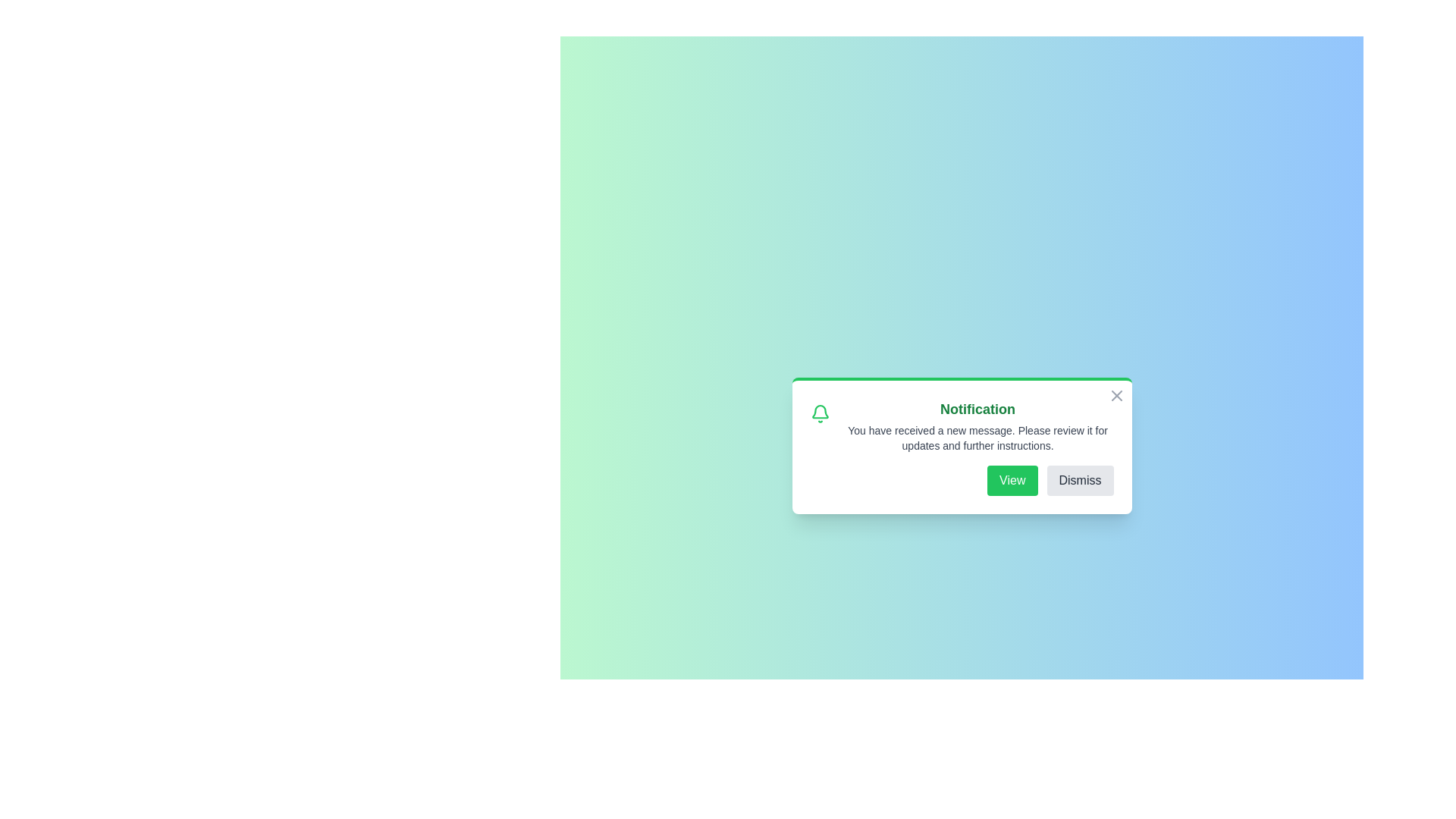  I want to click on the close button (X) to dismiss the alert, so click(1116, 394).